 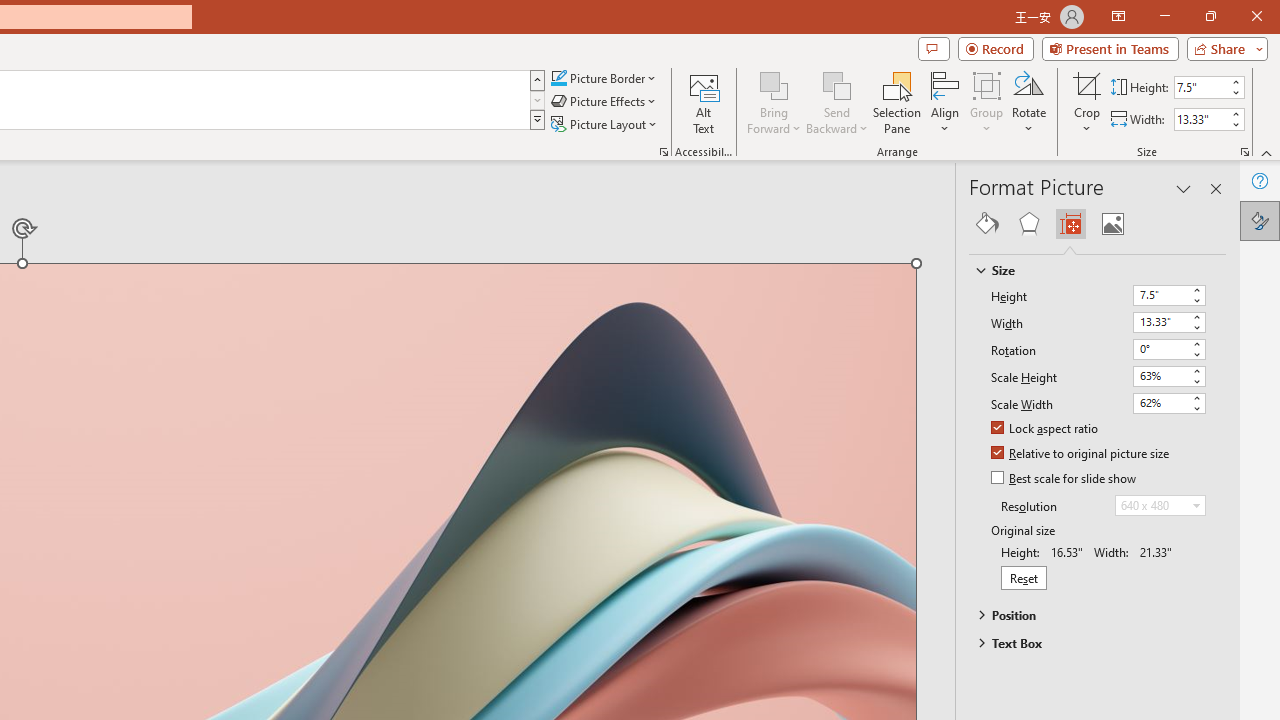 I want to click on 'Rotation', so click(x=1169, y=348).